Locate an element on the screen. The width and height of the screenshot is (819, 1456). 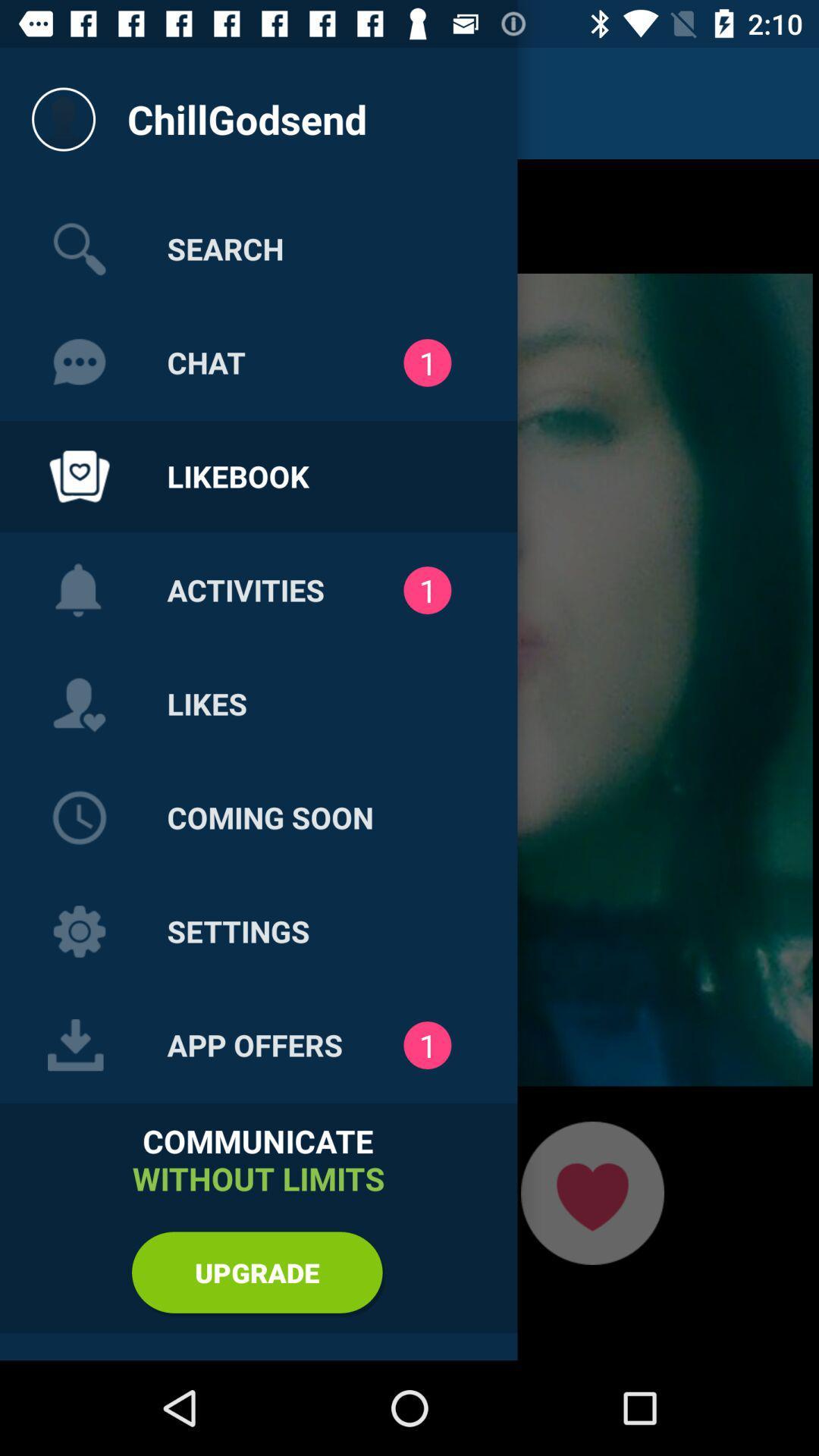
the like button below image is located at coordinates (591, 1192).